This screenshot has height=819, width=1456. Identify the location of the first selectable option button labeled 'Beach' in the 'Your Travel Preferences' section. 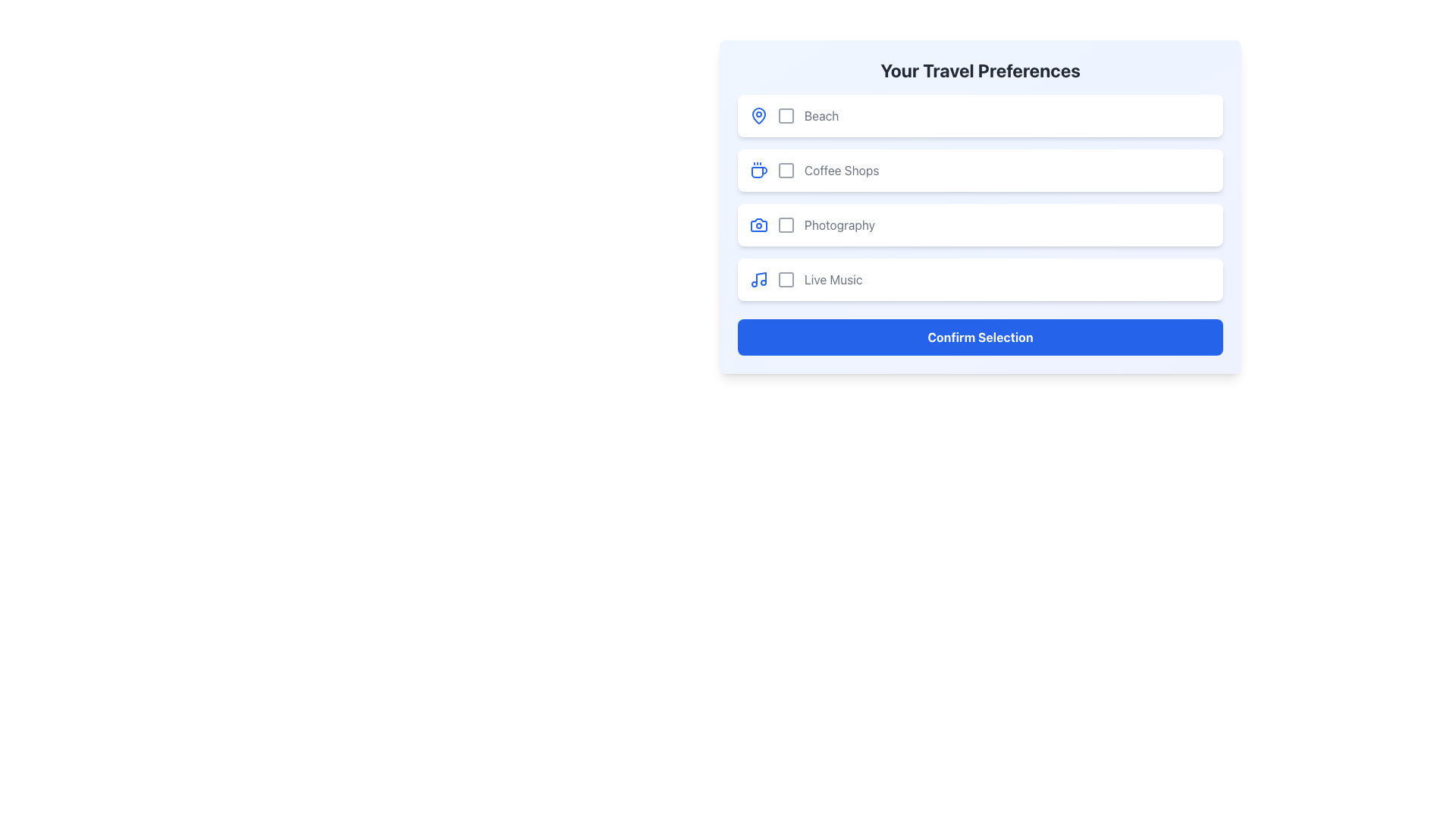
(980, 115).